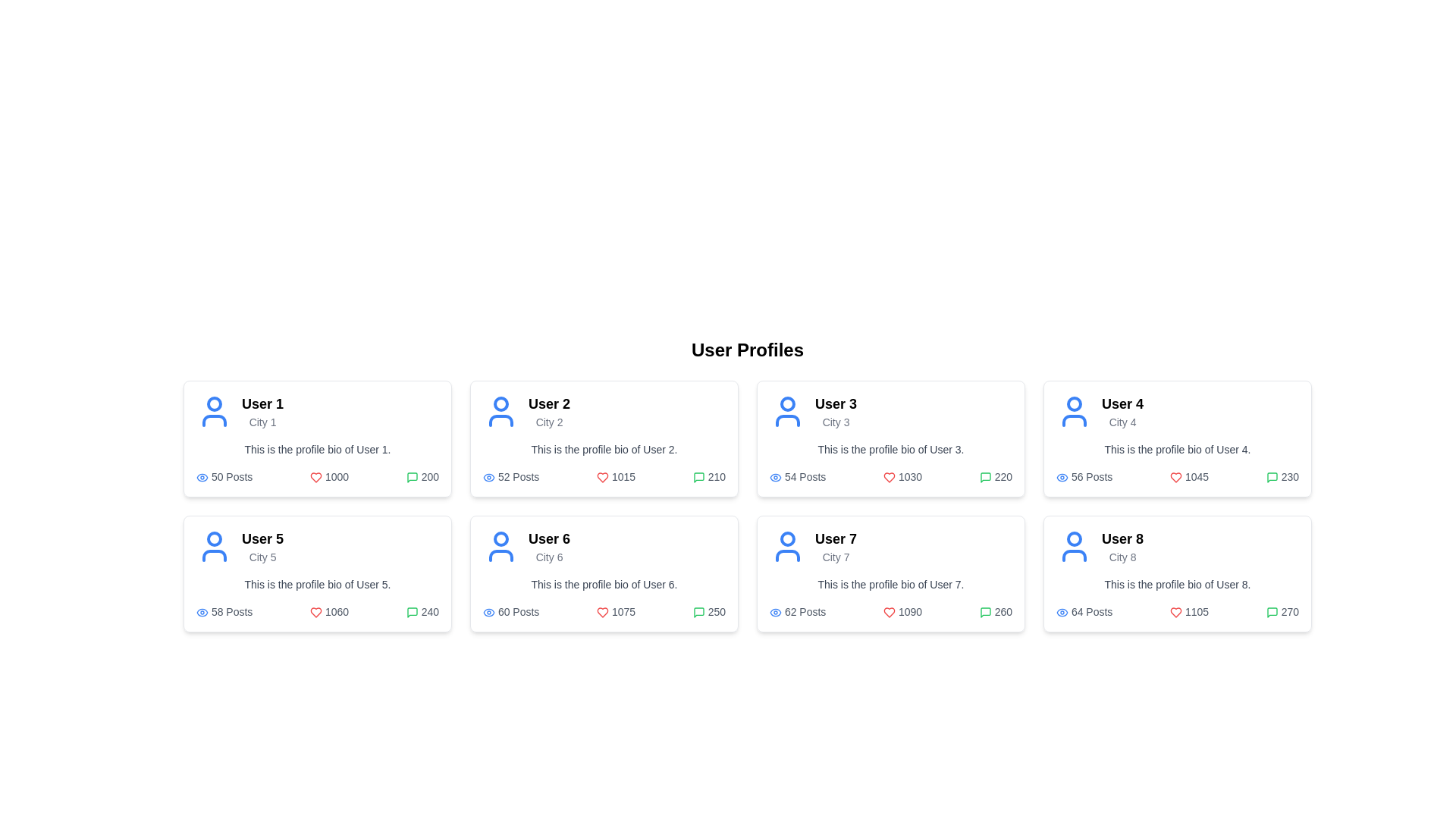 The height and width of the screenshot is (819, 1456). I want to click on the user avatar icon representing 'User 5', located at the top-left corner of the second row card in the grid layout, so click(214, 547).